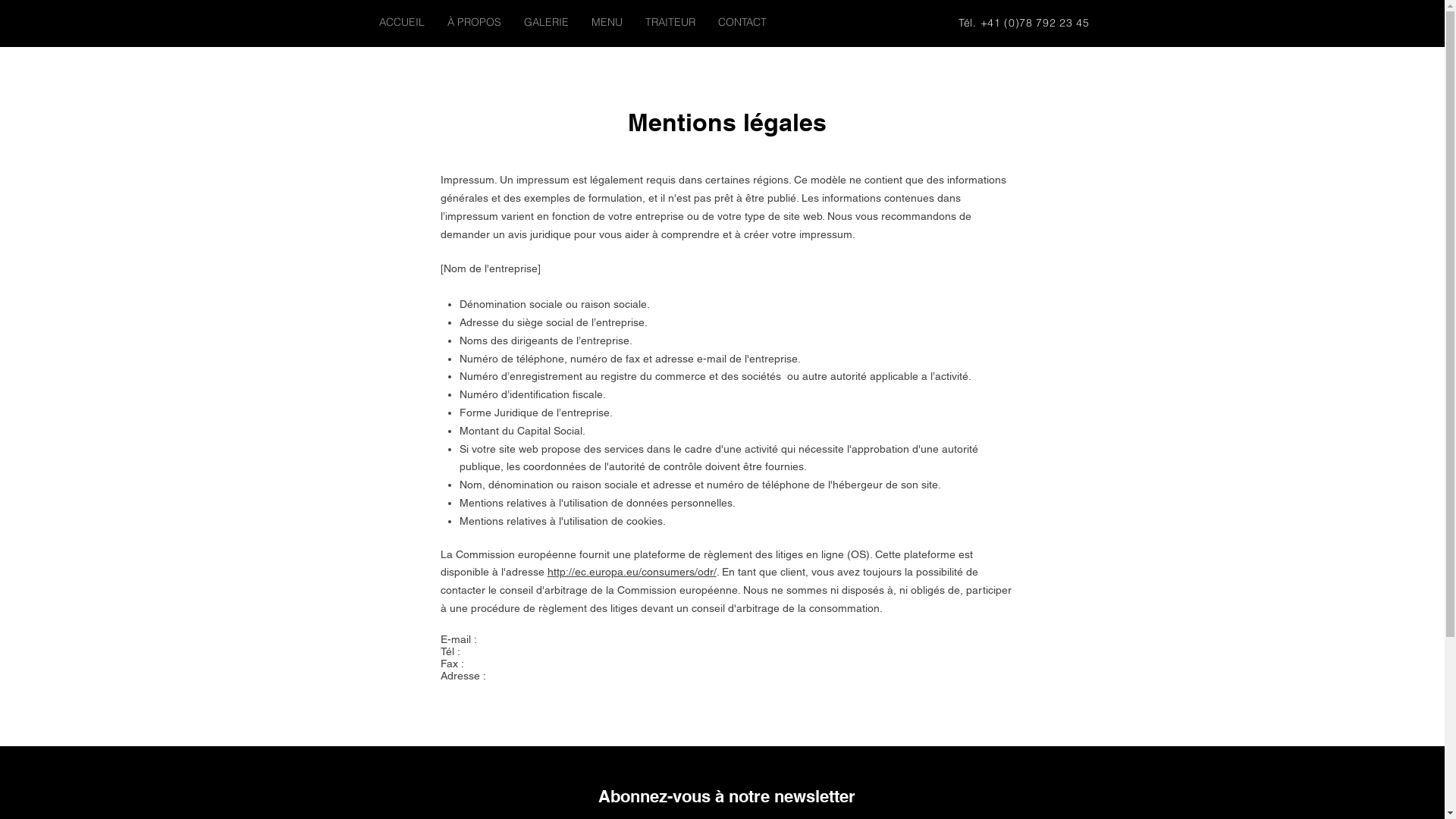 Image resolution: width=1456 pixels, height=819 pixels. I want to click on 'http://ec.europa.eu/consumers/odr/', so click(632, 571).